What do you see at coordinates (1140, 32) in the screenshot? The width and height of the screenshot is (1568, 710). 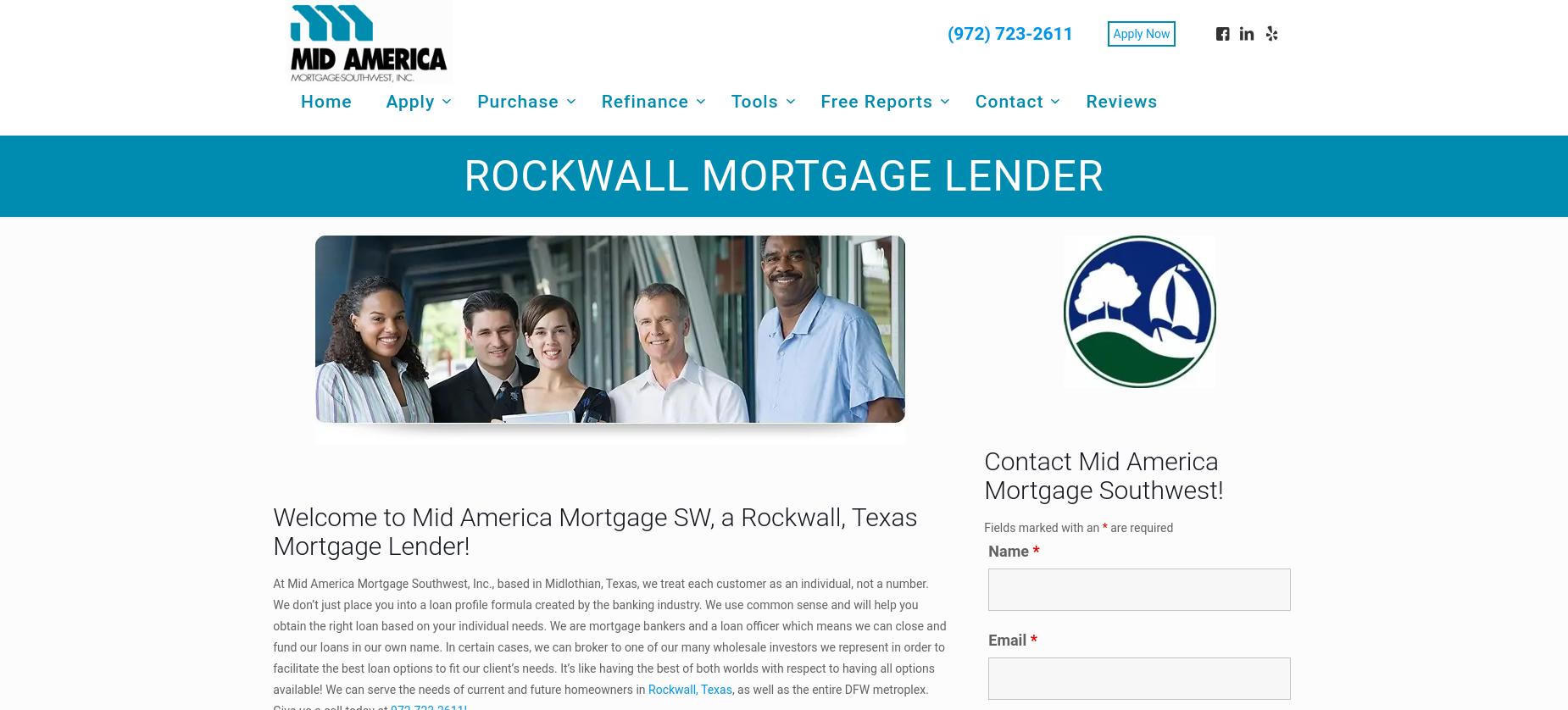 I see `'Apply Now'` at bounding box center [1140, 32].